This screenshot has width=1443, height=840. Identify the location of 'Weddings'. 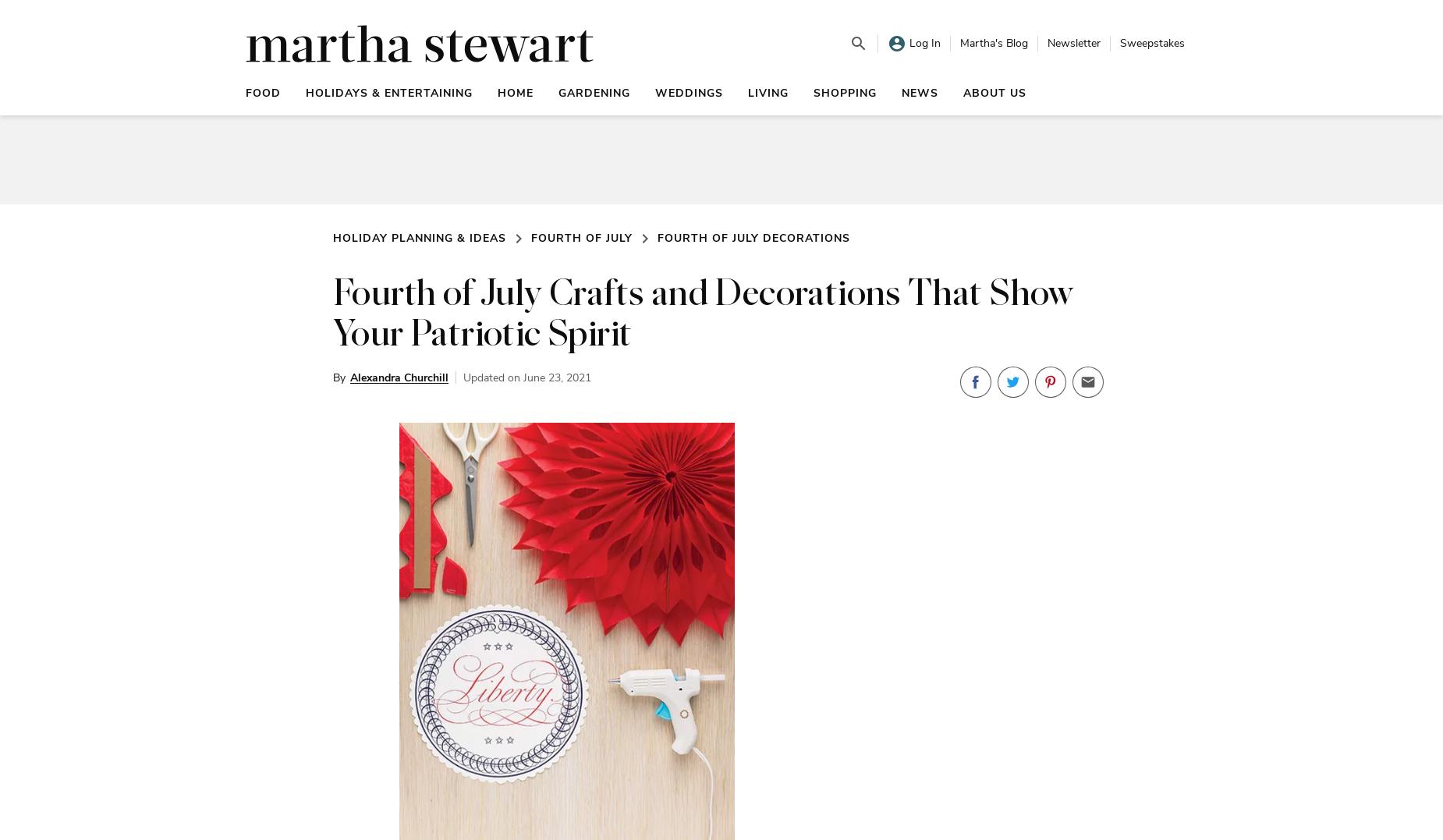
(689, 92).